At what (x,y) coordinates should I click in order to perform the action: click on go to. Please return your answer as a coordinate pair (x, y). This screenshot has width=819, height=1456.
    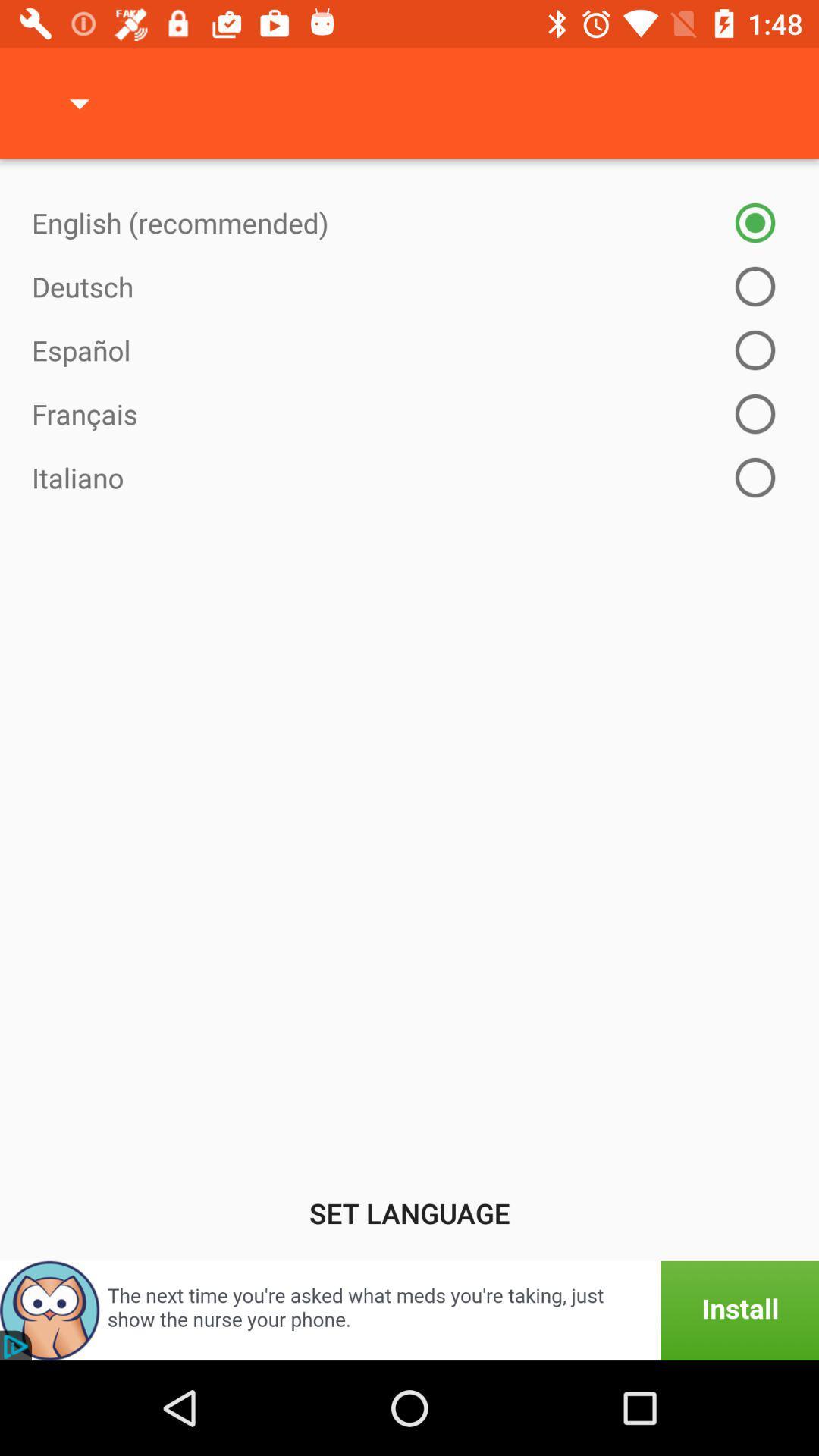
    Looking at the image, I should click on (409, 1310).